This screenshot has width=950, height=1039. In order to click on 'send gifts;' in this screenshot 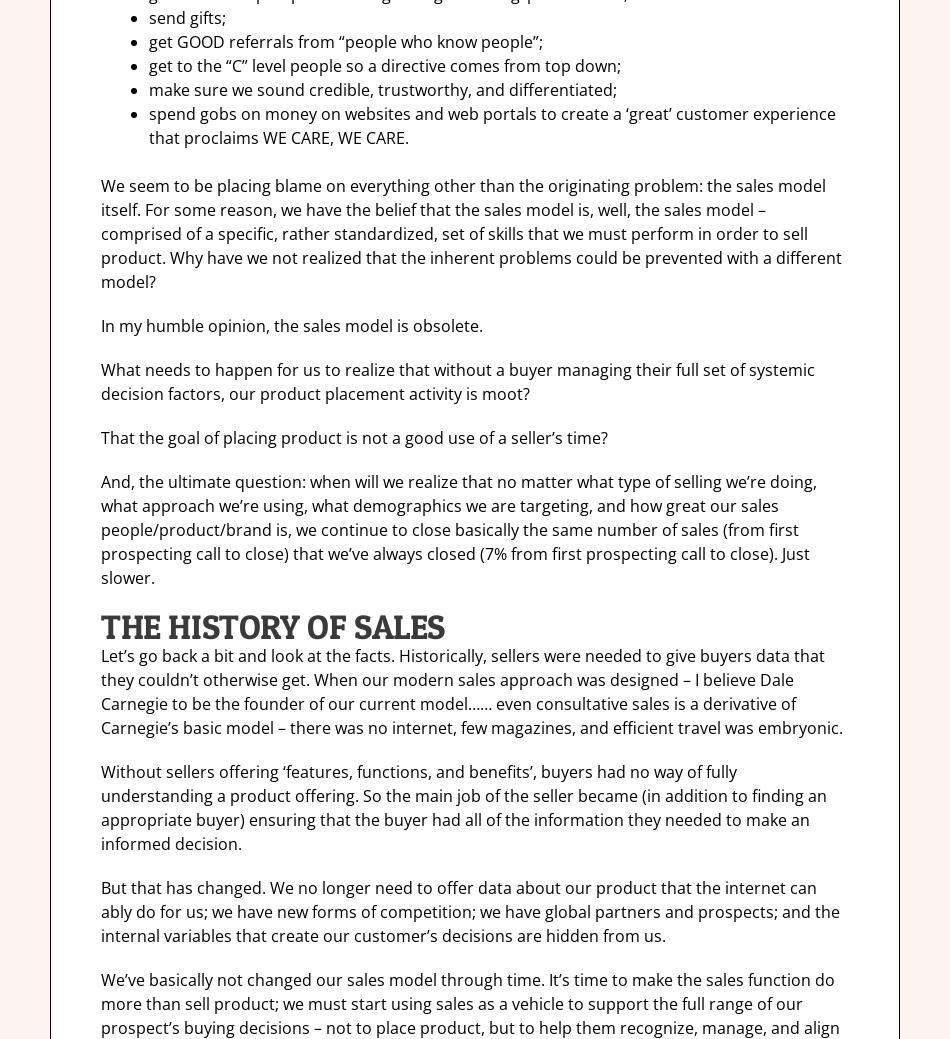, I will do `click(148, 16)`.